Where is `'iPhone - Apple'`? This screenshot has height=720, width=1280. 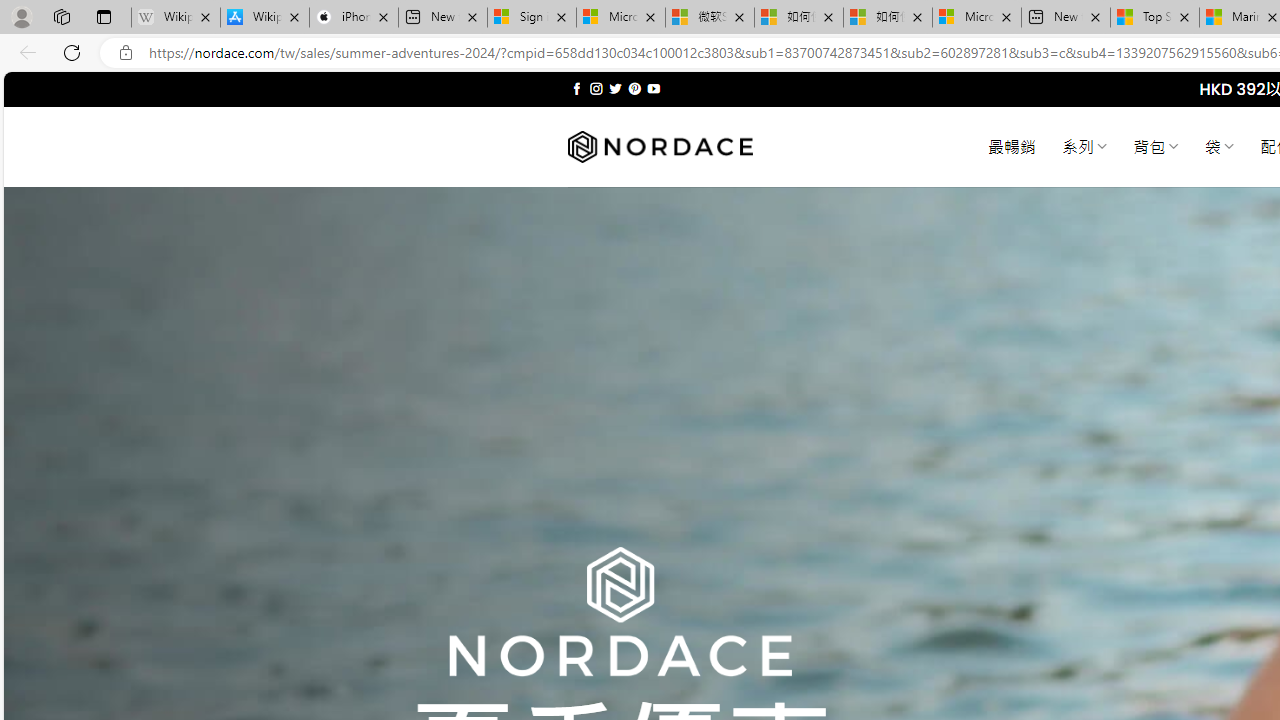 'iPhone - Apple' is located at coordinates (353, 17).